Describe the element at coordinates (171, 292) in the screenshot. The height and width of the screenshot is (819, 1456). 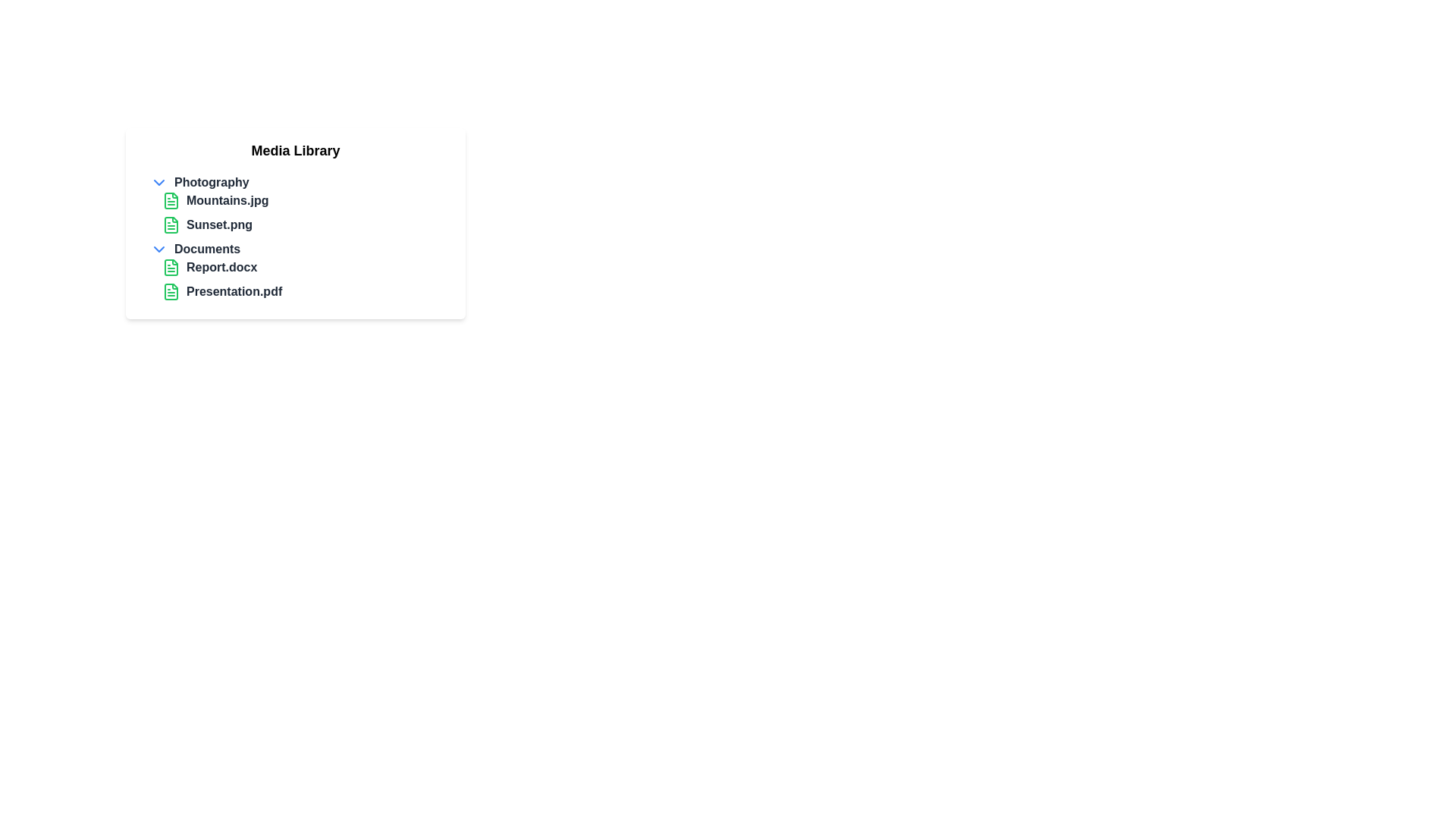
I see `the document file icon representing 'Presentation.pdf' in the 'Media Library' list` at that location.